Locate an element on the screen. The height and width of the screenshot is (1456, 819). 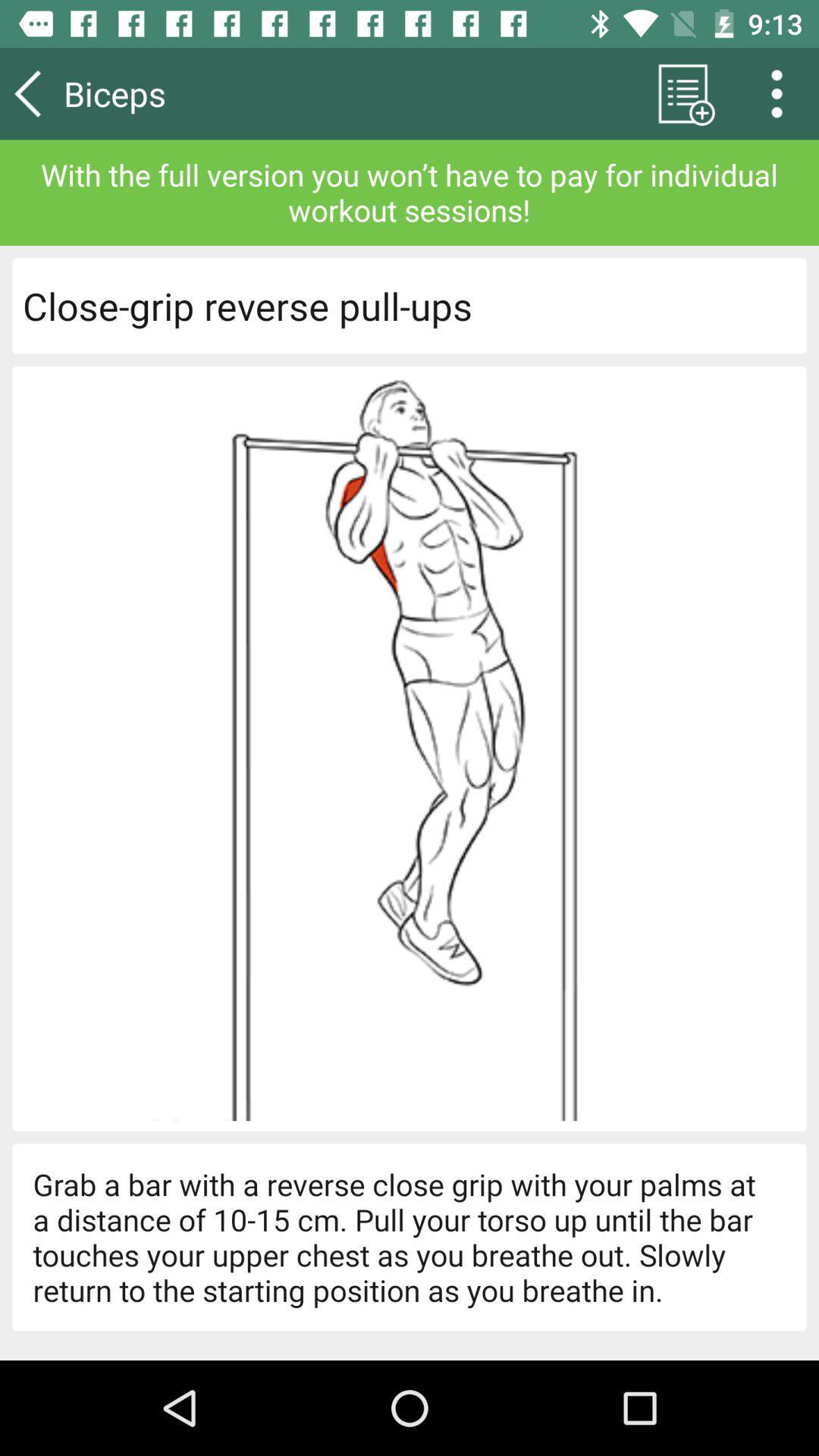
the biceps item is located at coordinates (158, 93).